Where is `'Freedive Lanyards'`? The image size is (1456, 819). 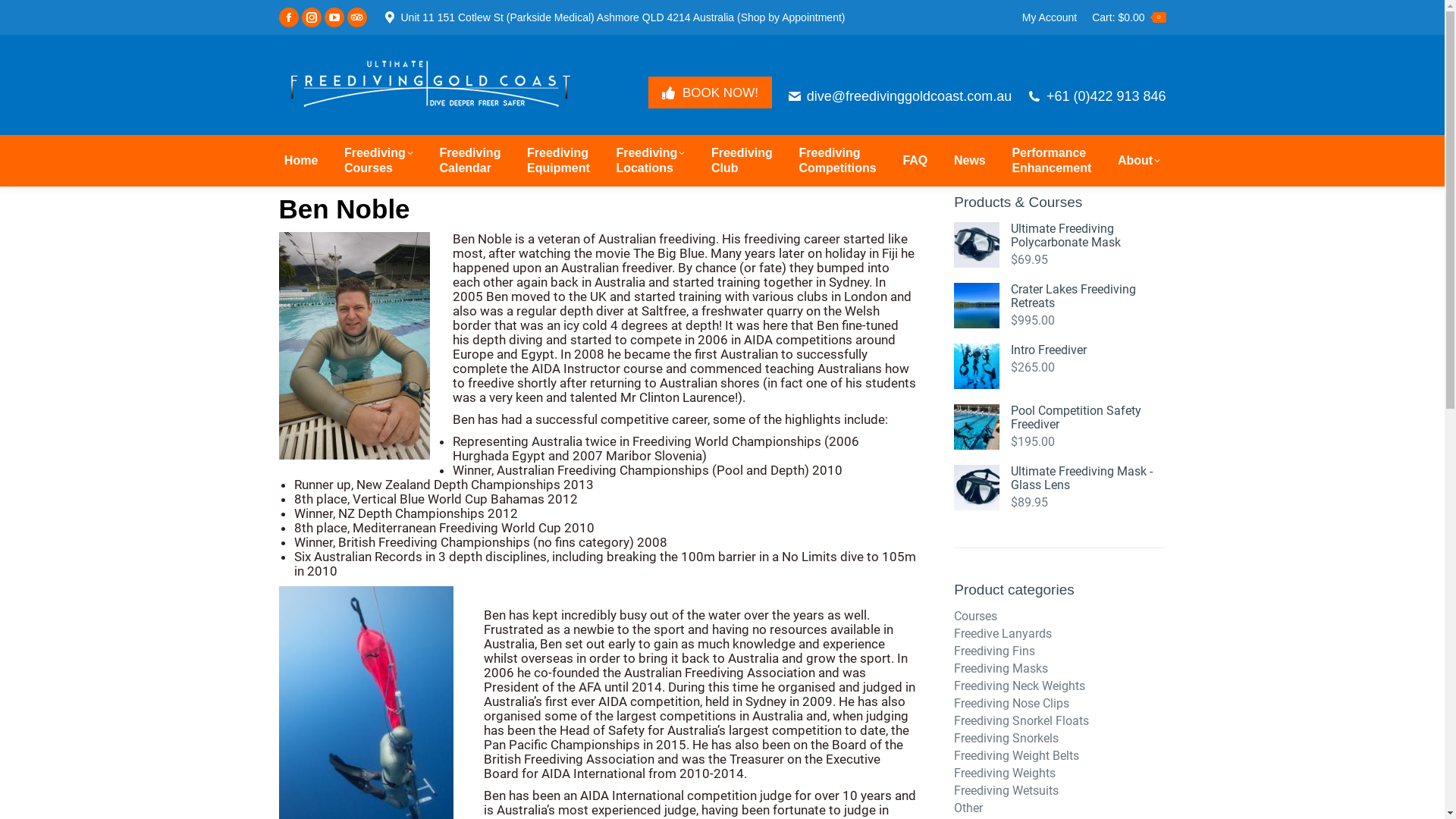 'Freedive Lanyards' is located at coordinates (1003, 634).